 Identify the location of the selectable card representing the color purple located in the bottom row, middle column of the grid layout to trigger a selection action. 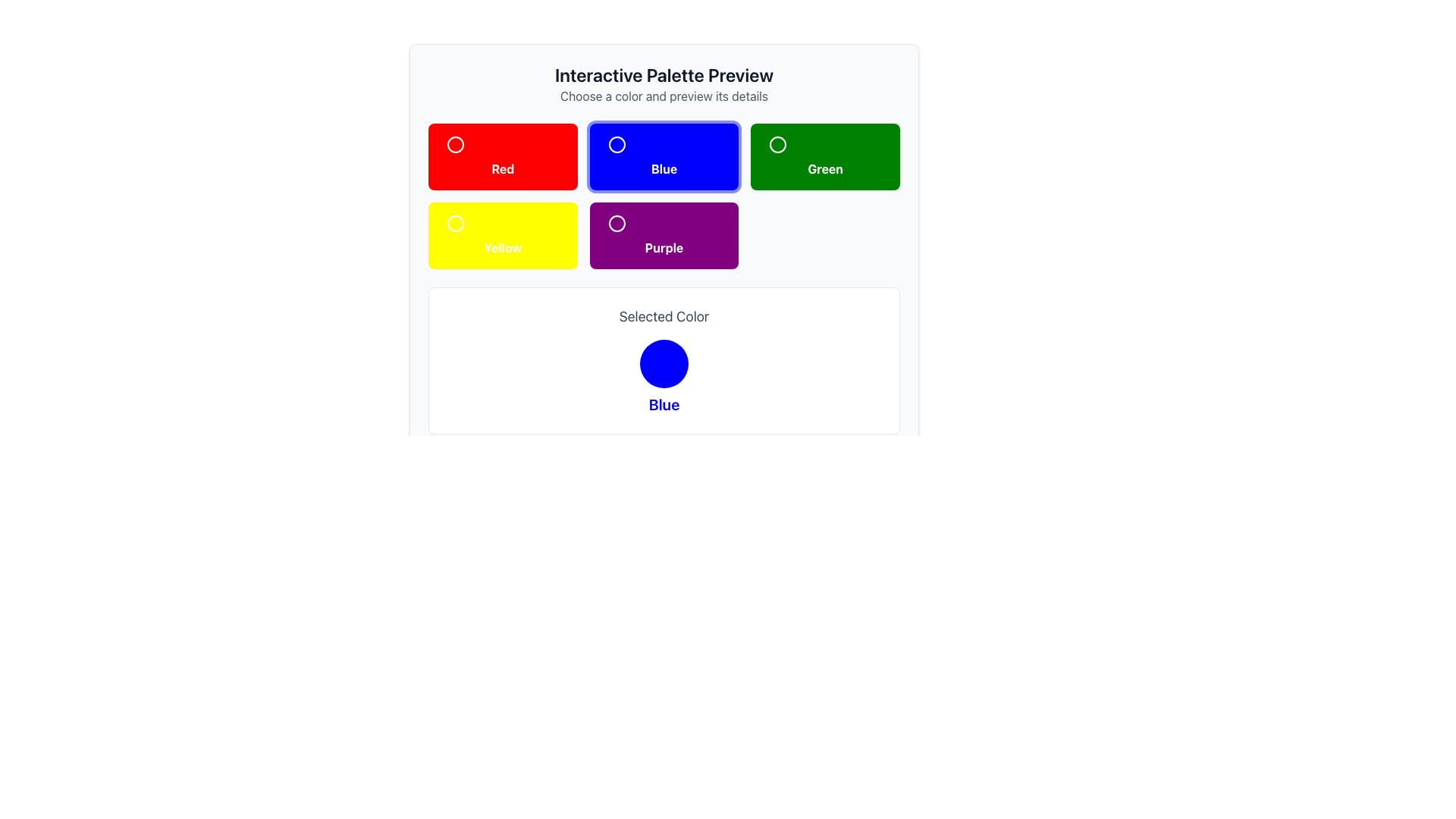
(664, 236).